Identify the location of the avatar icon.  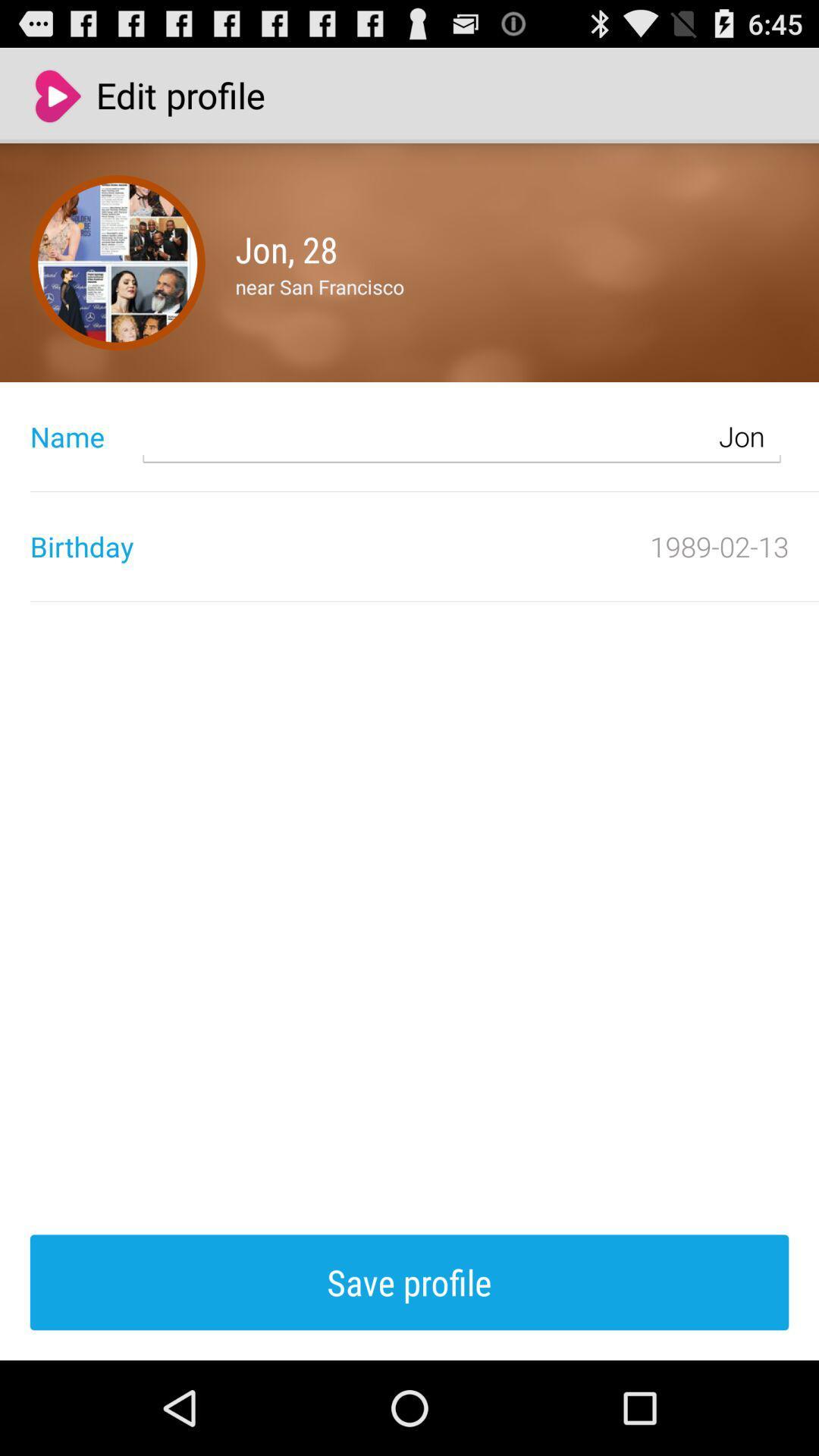
(117, 281).